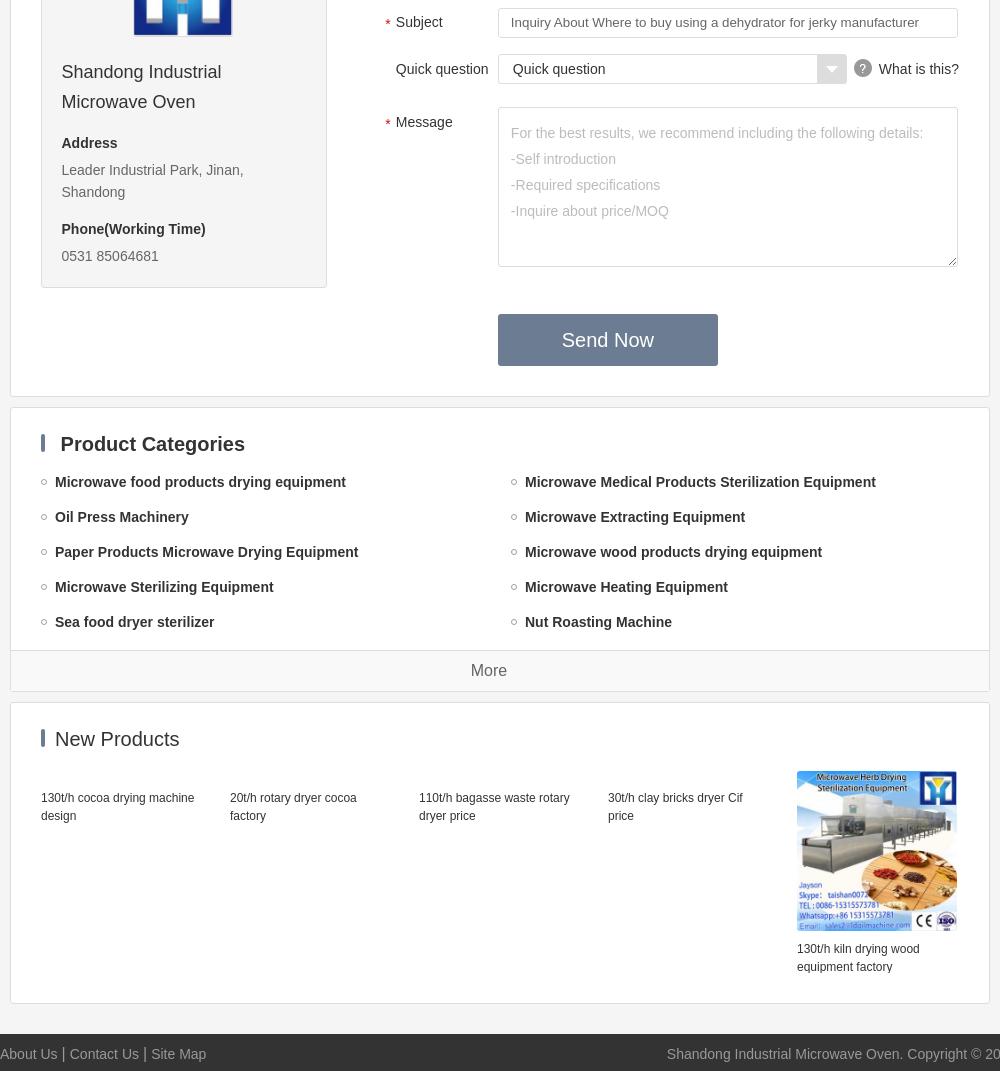 This screenshot has width=1000, height=1071. What do you see at coordinates (293, 805) in the screenshot?
I see `'20t/h rotary dryer cocoa factory'` at bounding box center [293, 805].